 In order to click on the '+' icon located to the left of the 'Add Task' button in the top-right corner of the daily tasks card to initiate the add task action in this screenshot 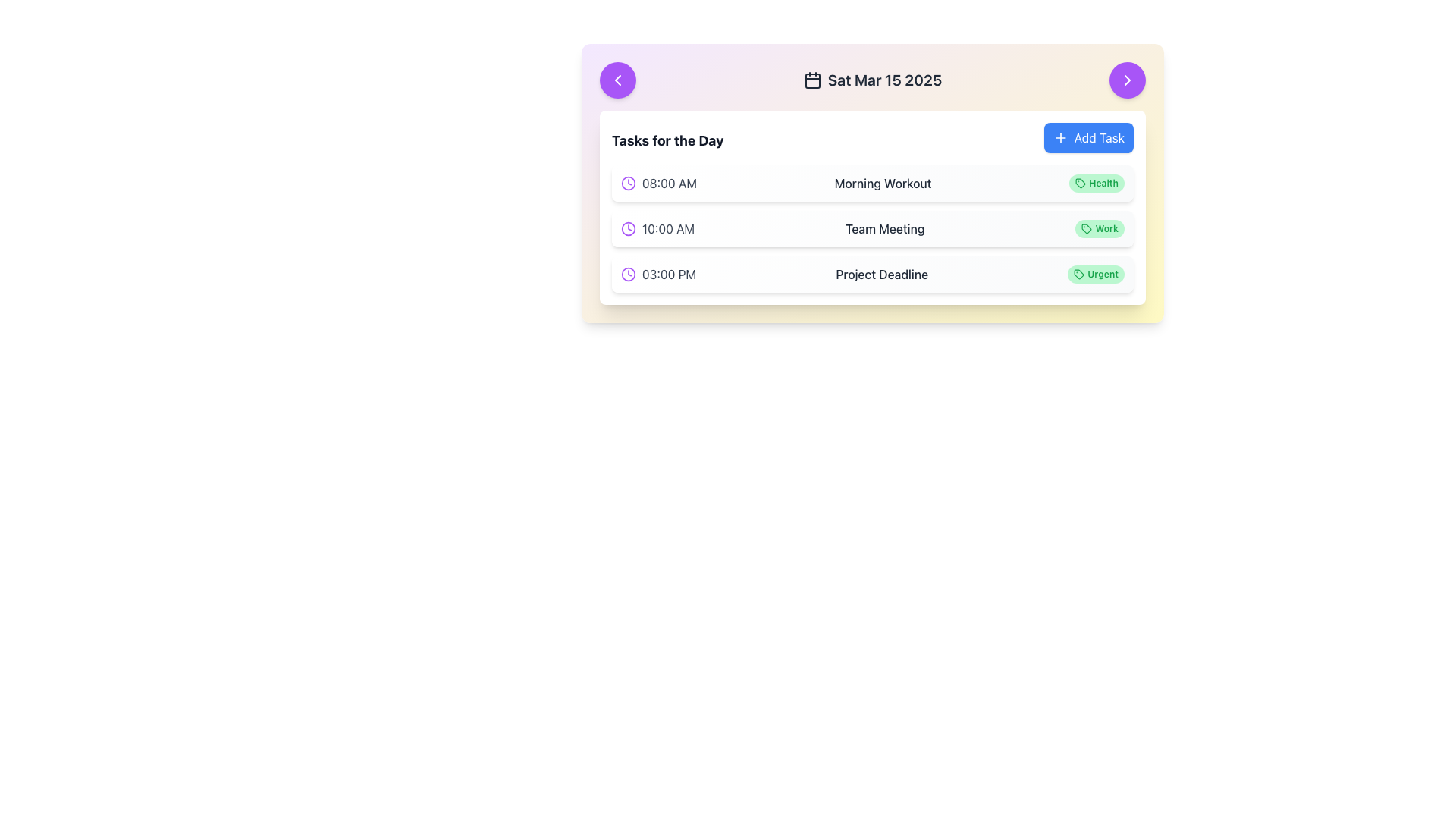, I will do `click(1059, 137)`.